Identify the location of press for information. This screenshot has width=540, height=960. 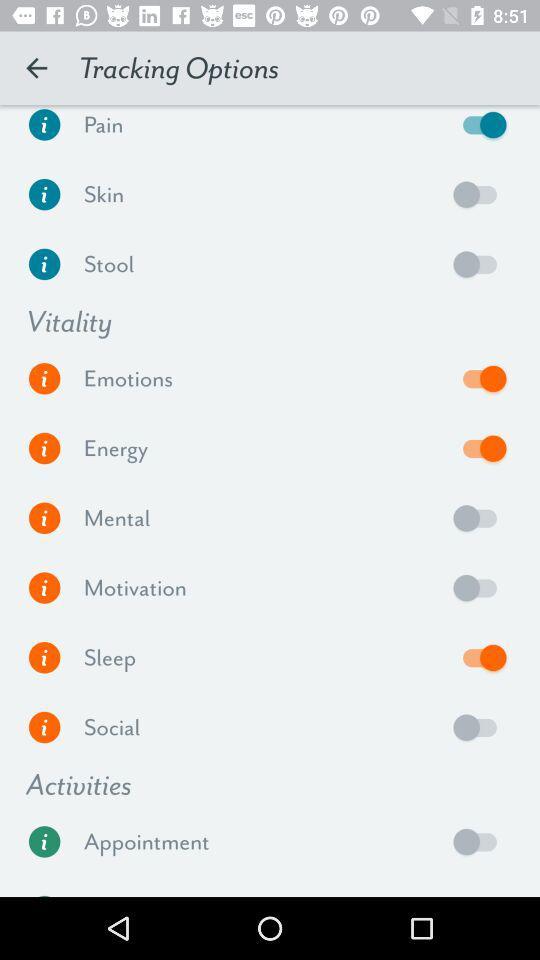
(44, 263).